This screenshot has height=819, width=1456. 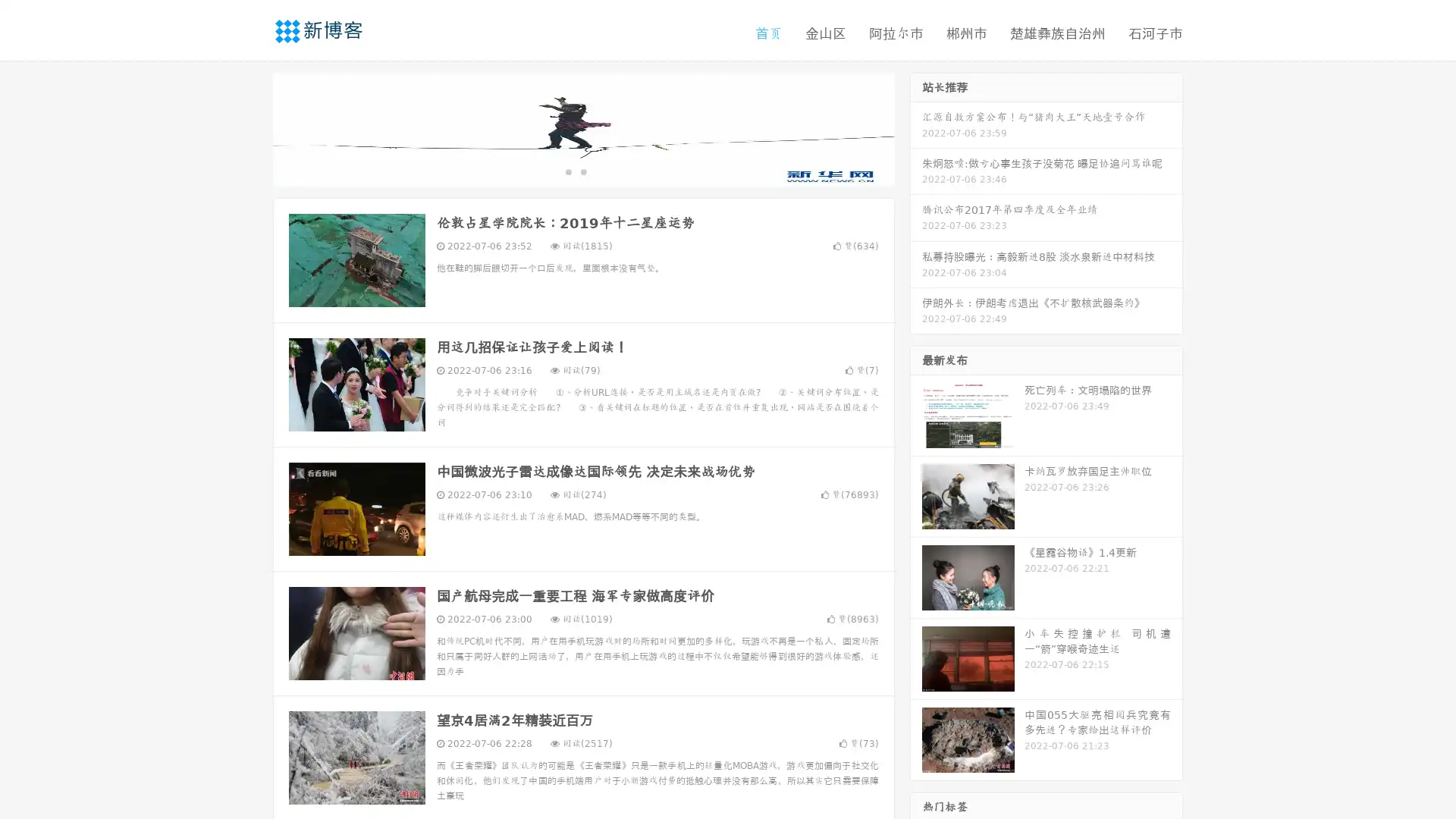 I want to click on Previous slide, so click(x=250, y=127).